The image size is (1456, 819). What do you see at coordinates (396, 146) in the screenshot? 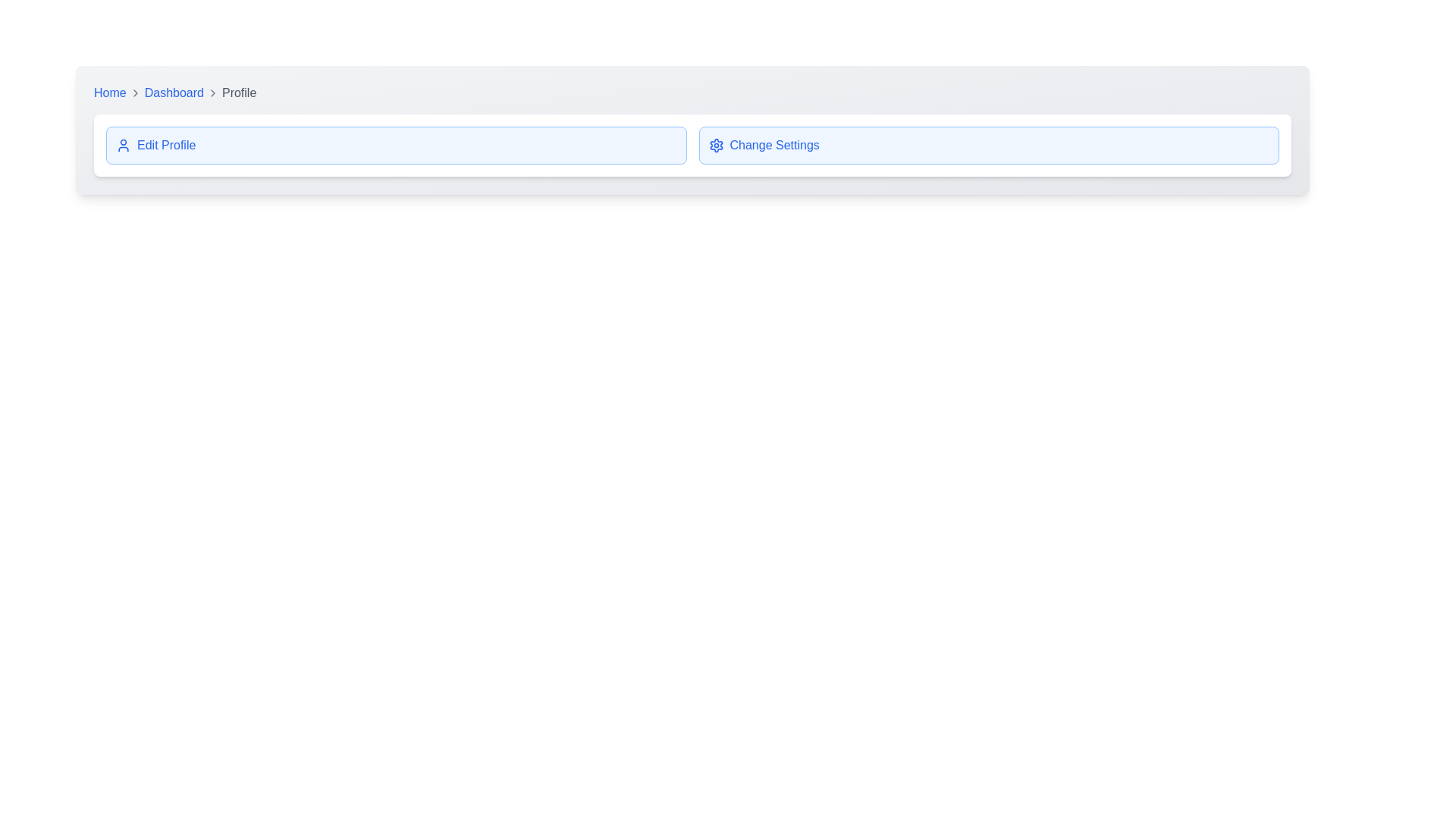
I see `the 'Edit Profile' button located in the top left section of the page` at bounding box center [396, 146].